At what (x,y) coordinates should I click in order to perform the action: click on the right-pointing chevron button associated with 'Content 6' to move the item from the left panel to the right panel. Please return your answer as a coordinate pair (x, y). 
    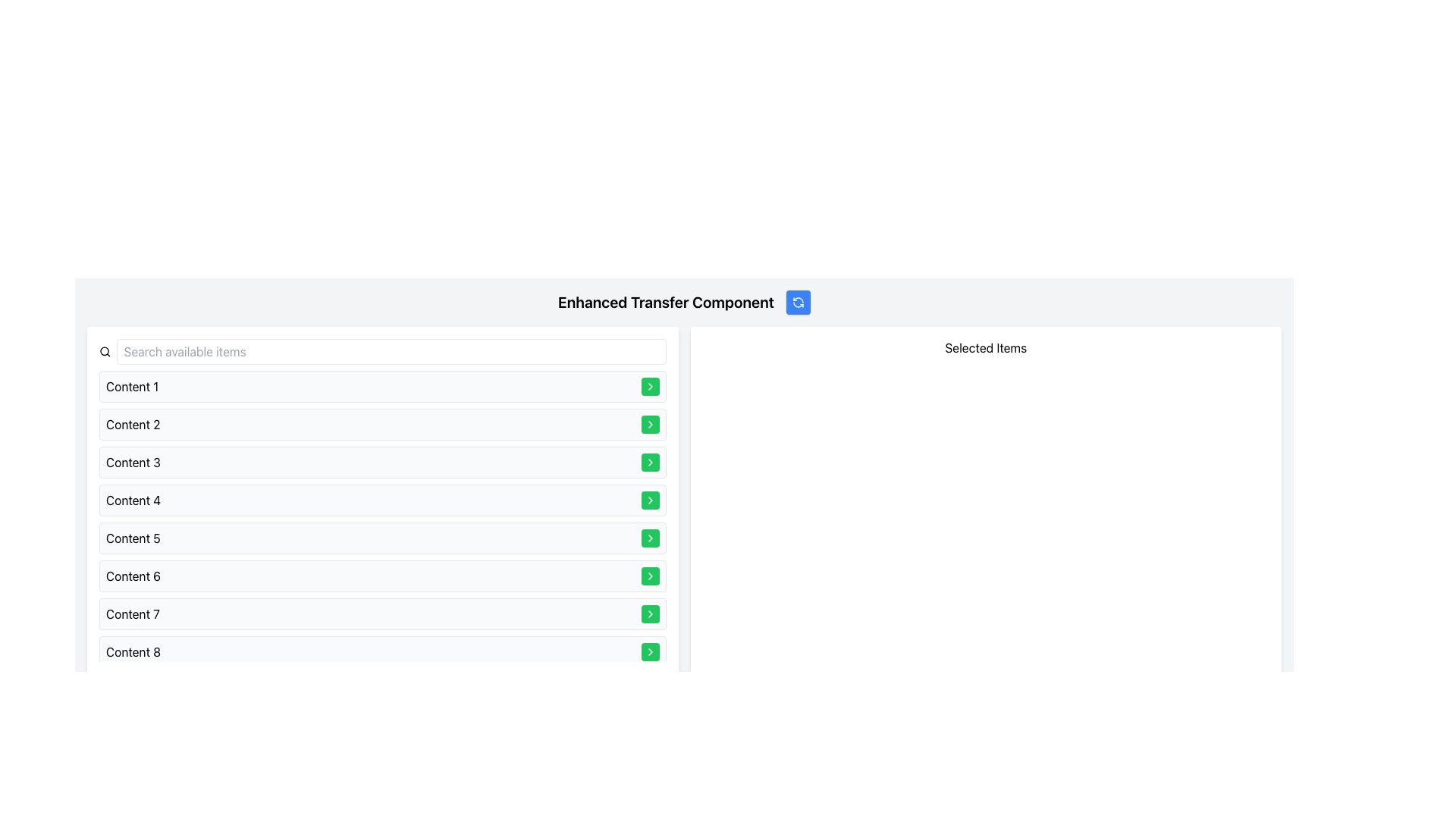
    Looking at the image, I should click on (650, 385).